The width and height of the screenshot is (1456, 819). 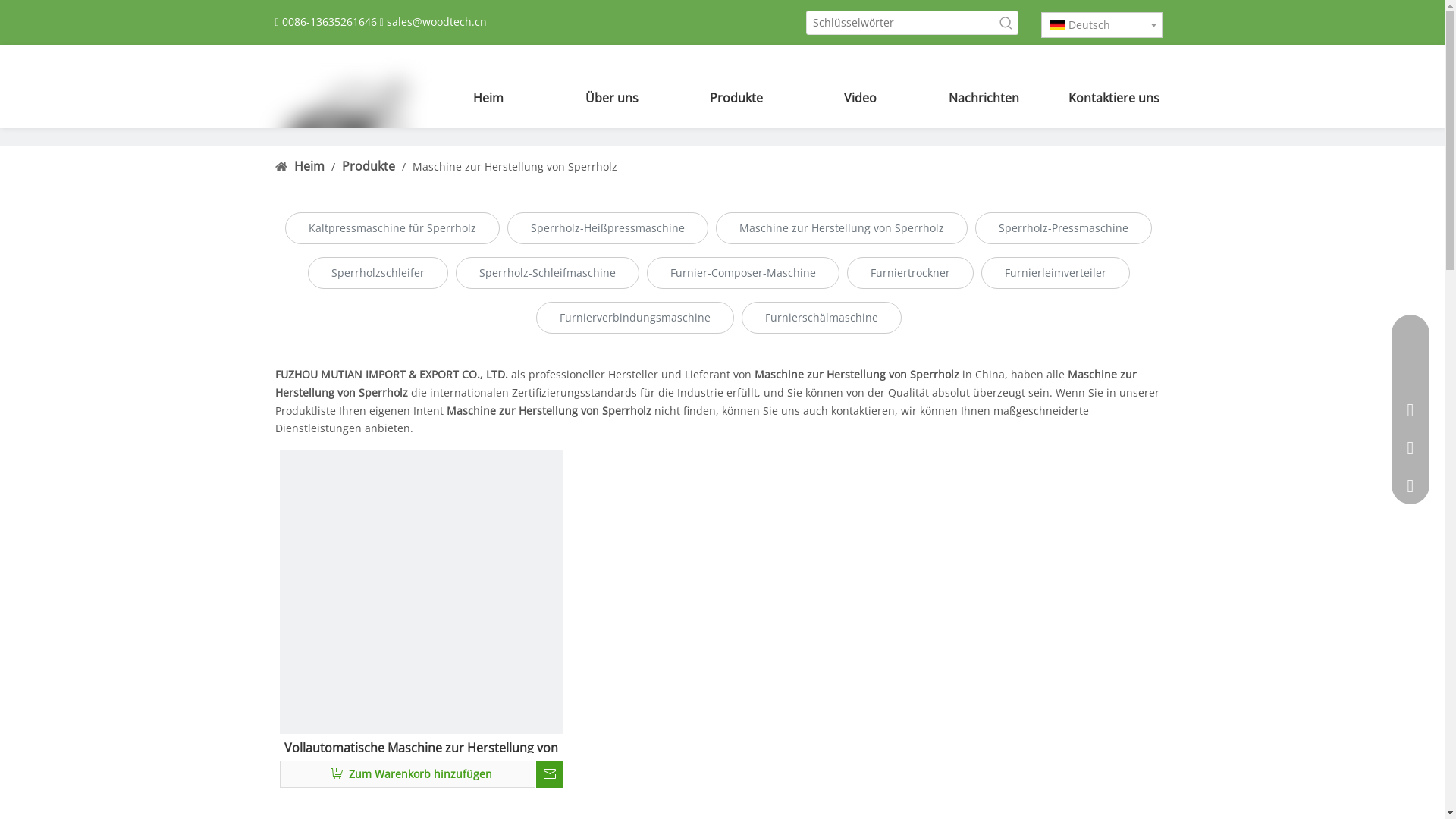 What do you see at coordinates (421, 745) in the screenshot?
I see `'Vollautomatische Maschine zur Herstellung von Sperrholz'` at bounding box center [421, 745].